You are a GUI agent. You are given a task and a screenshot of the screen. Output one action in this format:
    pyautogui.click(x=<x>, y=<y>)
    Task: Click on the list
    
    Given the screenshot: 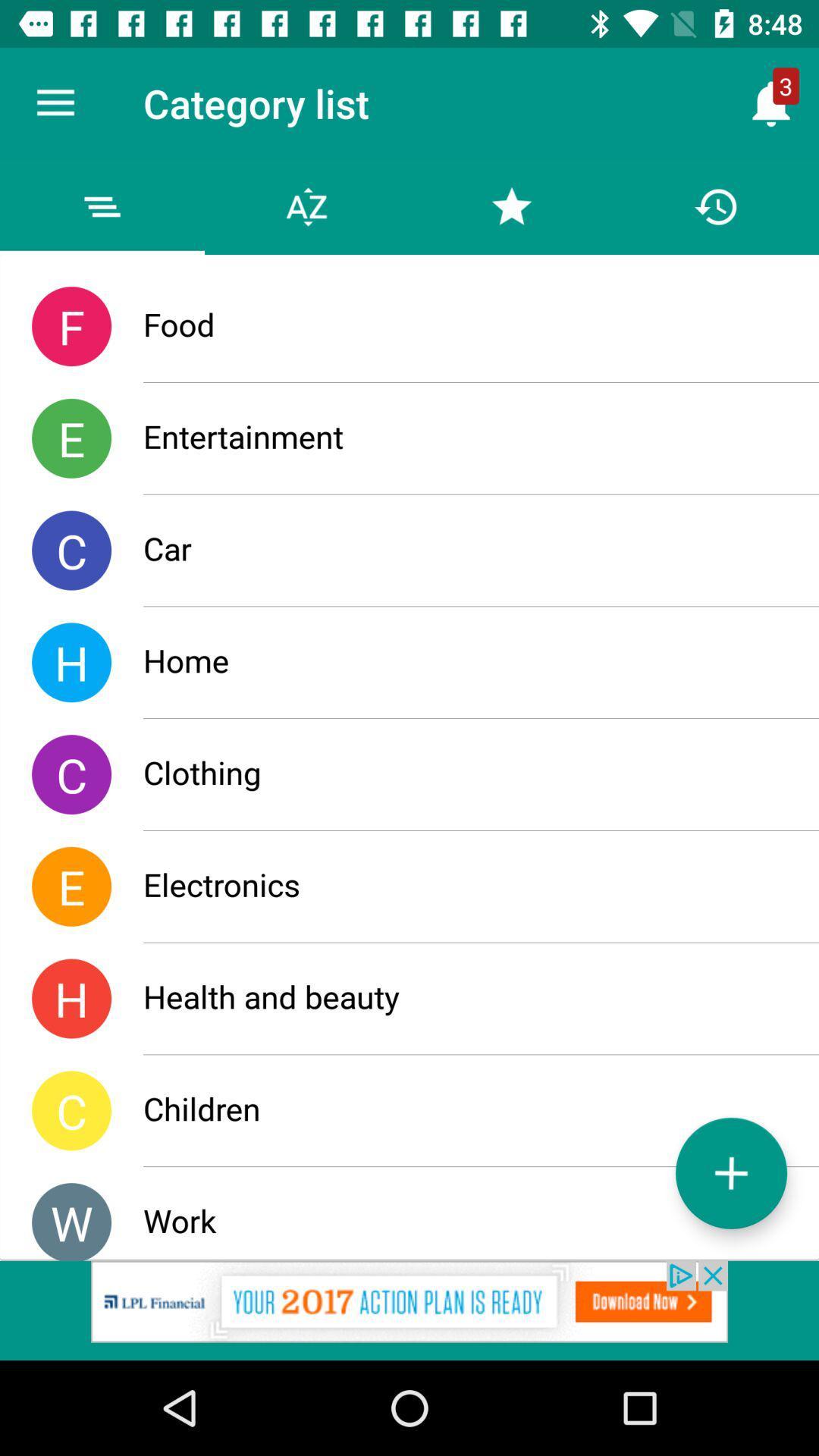 What is the action you would take?
    pyautogui.click(x=730, y=1172)
    